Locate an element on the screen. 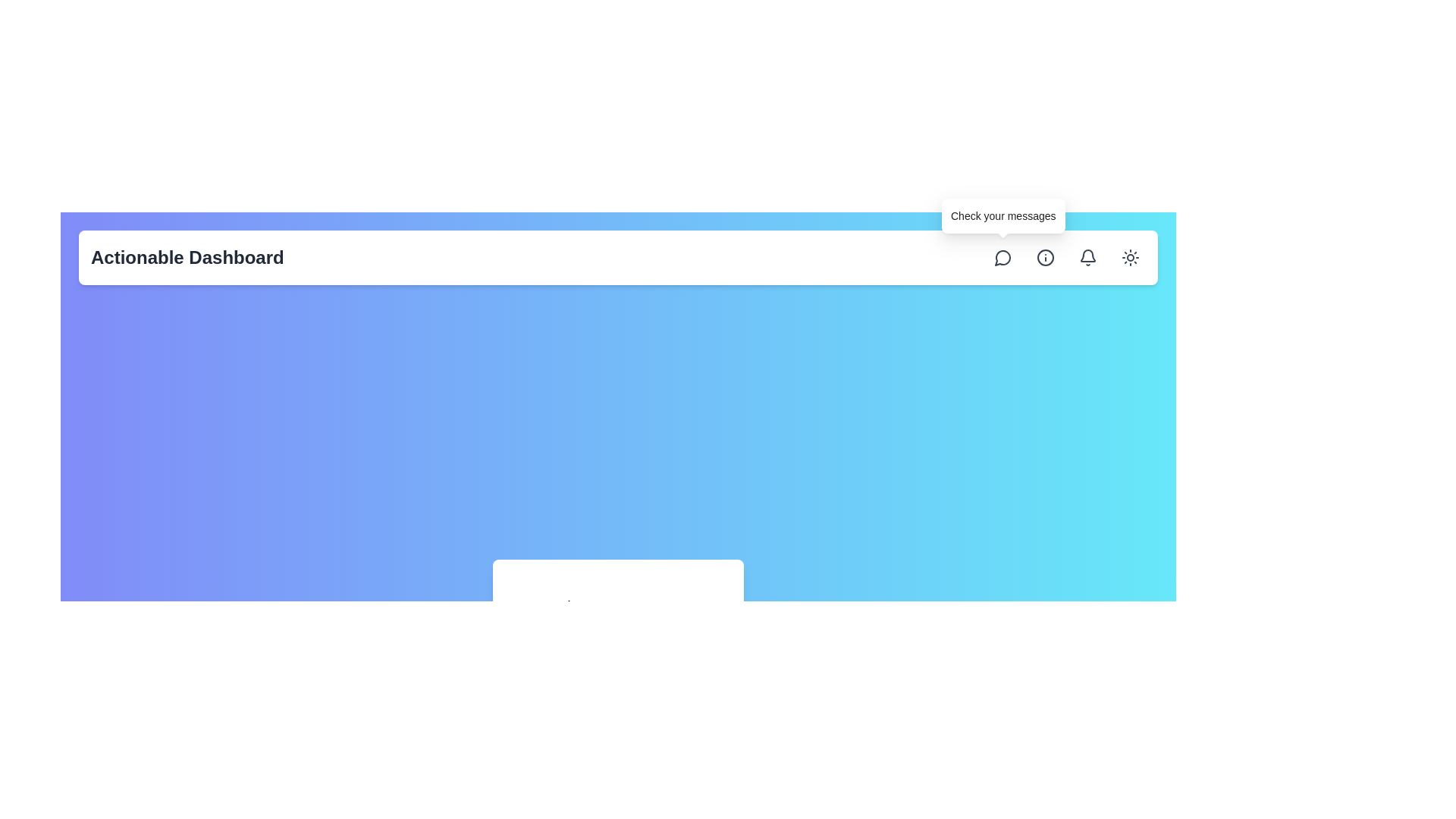 The image size is (1456, 819). the circular notification bell button located is located at coordinates (1087, 256).